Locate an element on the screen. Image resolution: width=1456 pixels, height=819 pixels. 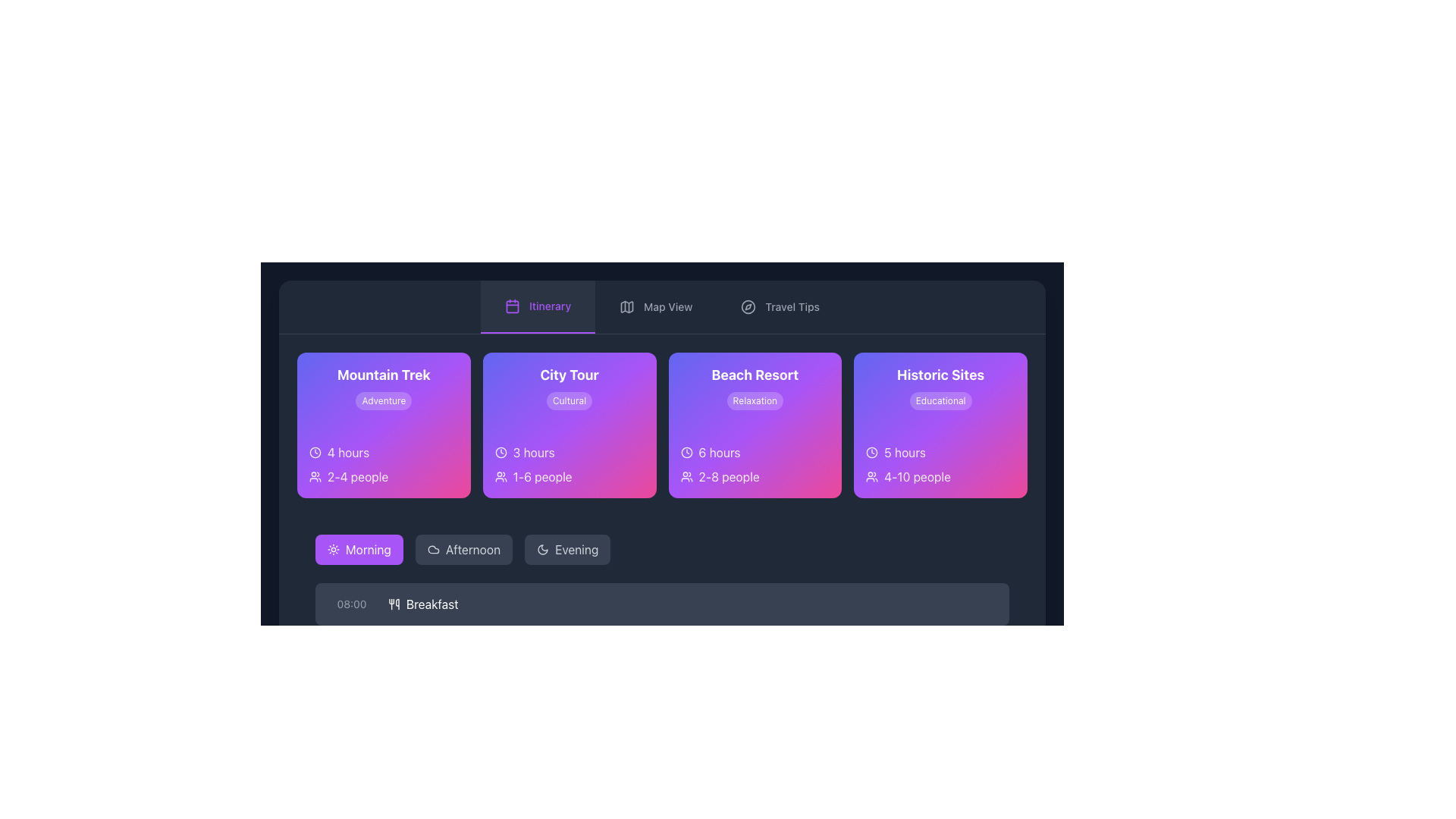
the 'Morning' button, which features a sun icon is located at coordinates (333, 550).